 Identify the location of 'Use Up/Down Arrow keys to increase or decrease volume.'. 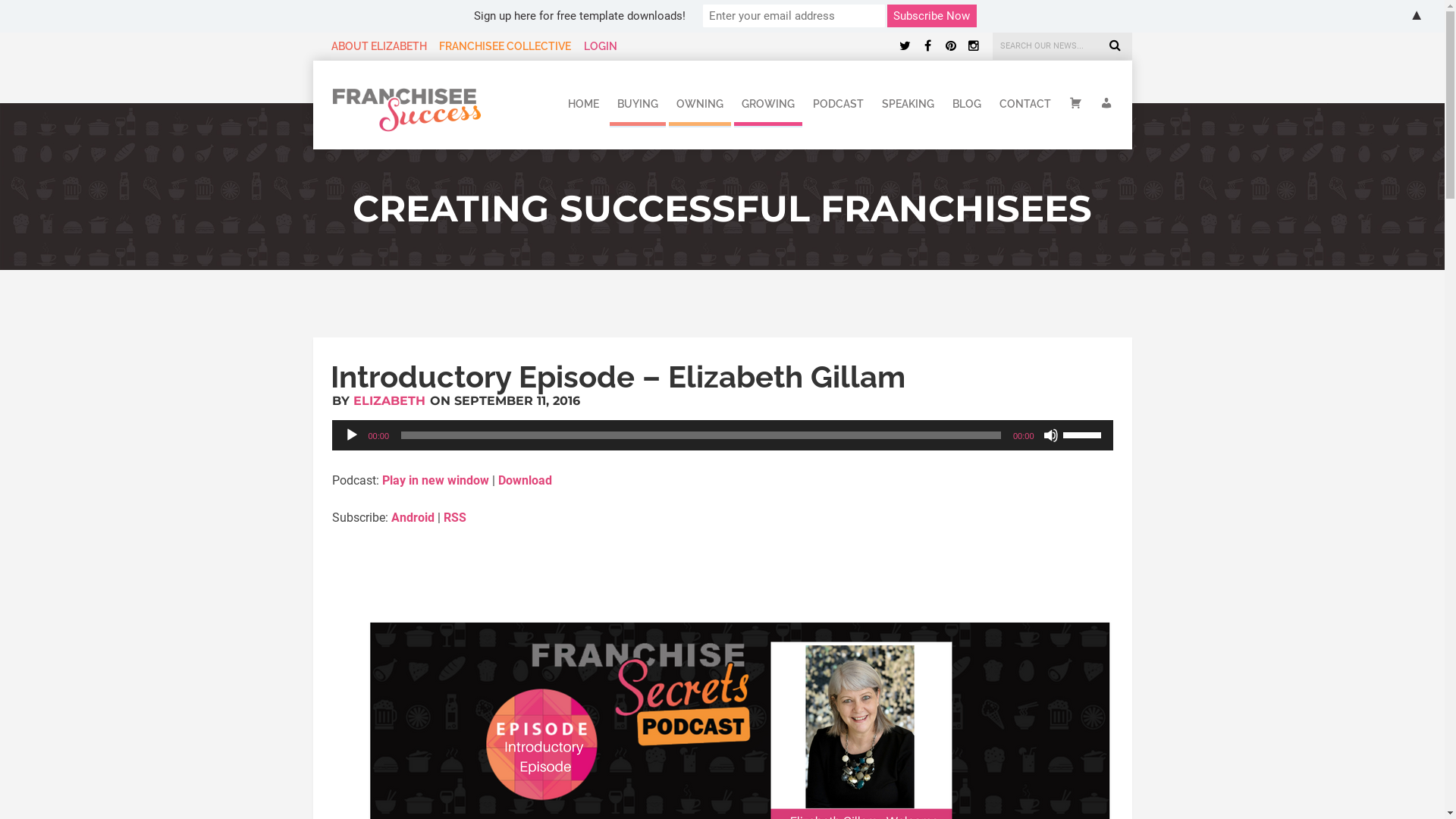
(1084, 433).